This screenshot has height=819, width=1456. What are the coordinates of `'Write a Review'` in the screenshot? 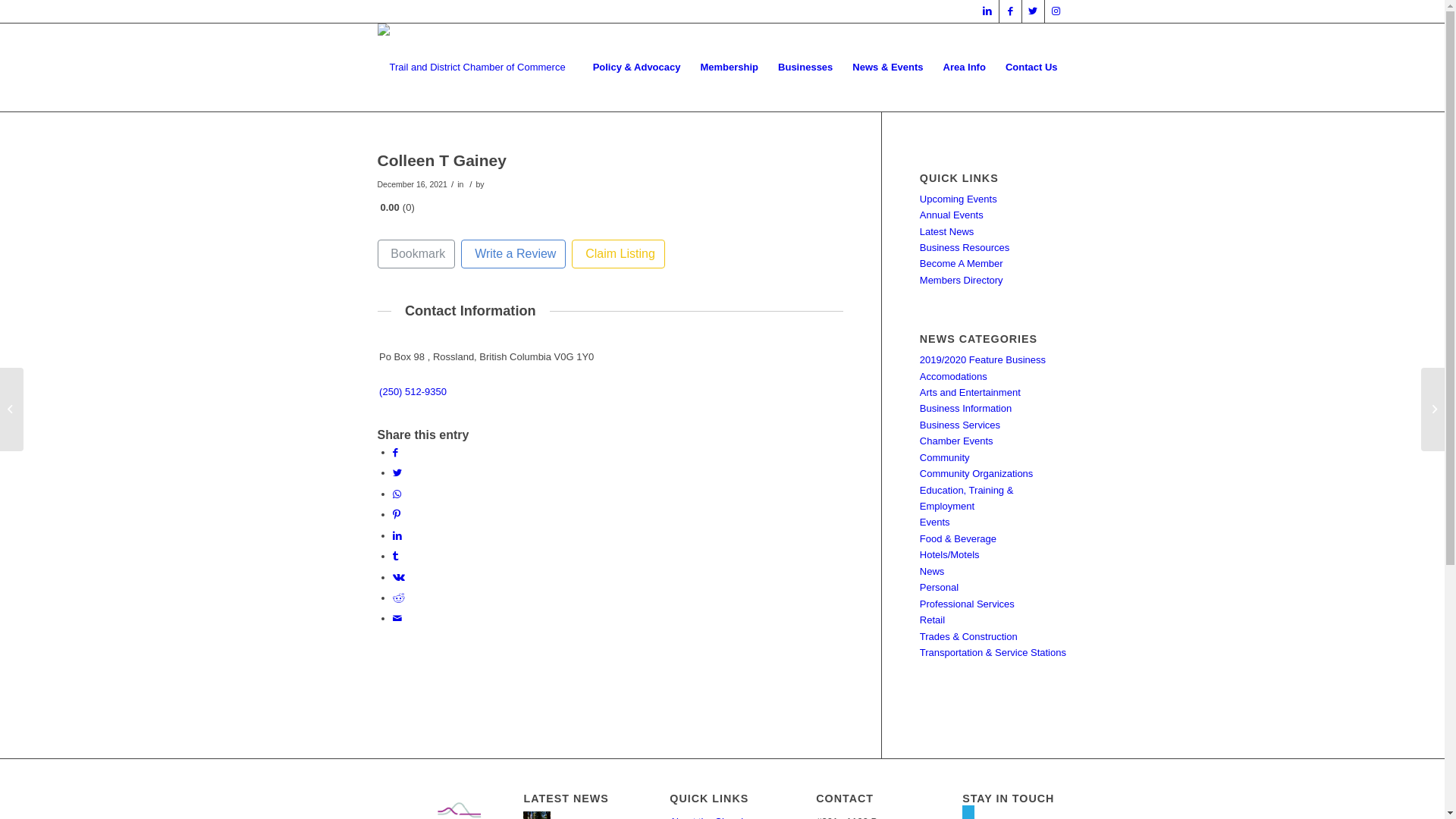 It's located at (513, 253).